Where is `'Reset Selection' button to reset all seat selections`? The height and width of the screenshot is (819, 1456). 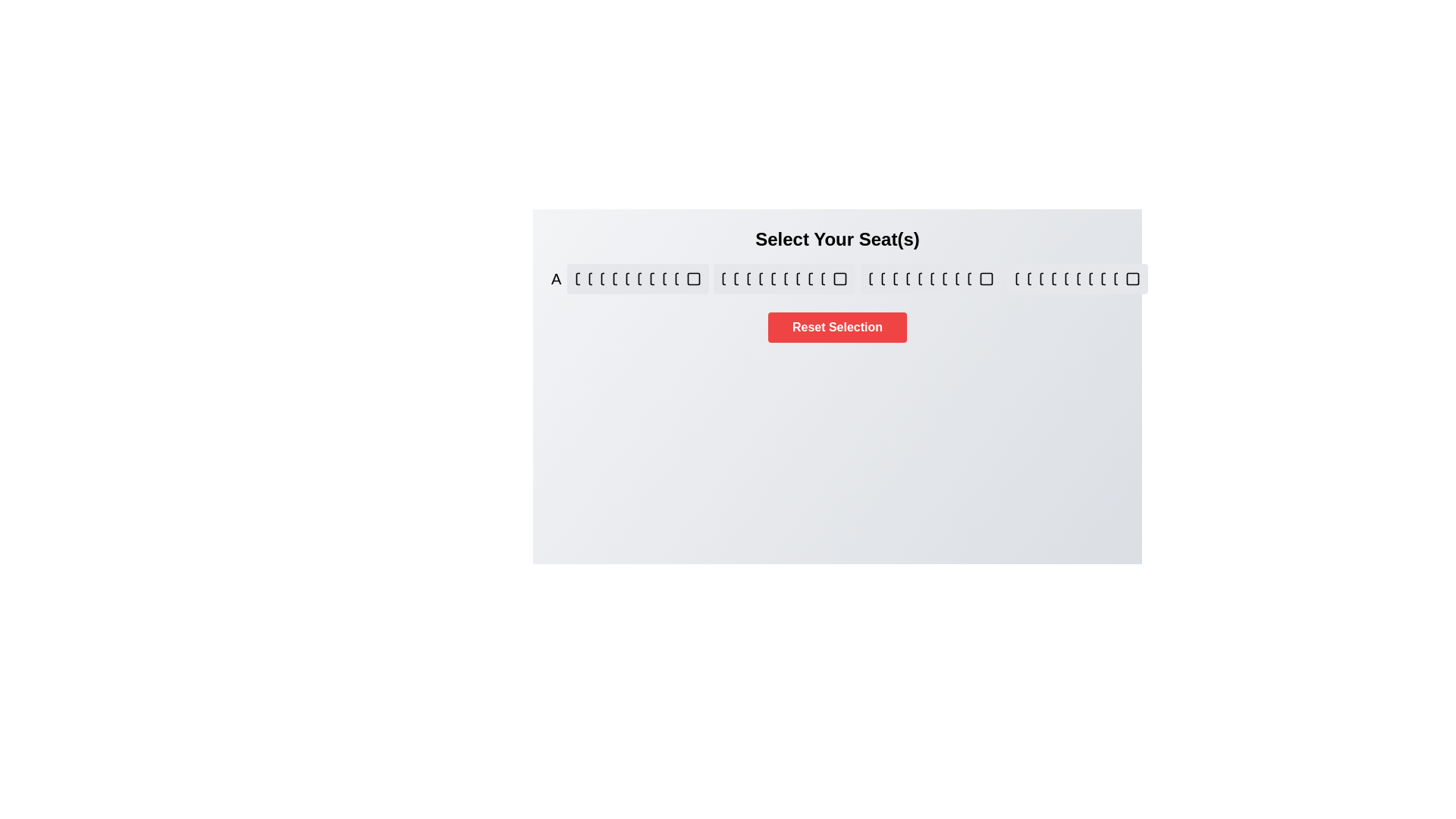
'Reset Selection' button to reset all seat selections is located at coordinates (836, 327).